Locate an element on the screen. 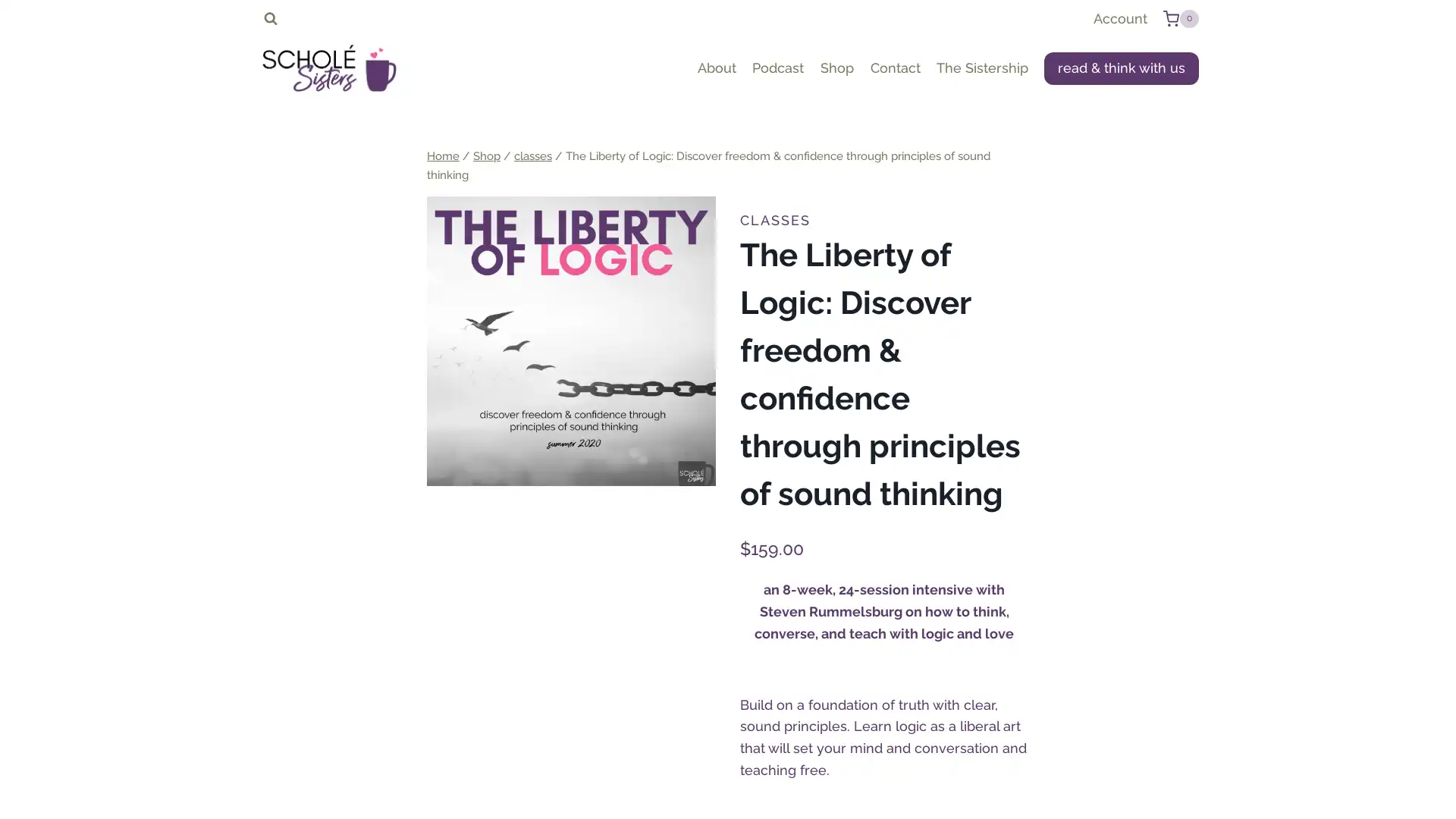 The width and height of the screenshot is (1456, 819). View Search Form is located at coordinates (270, 18).